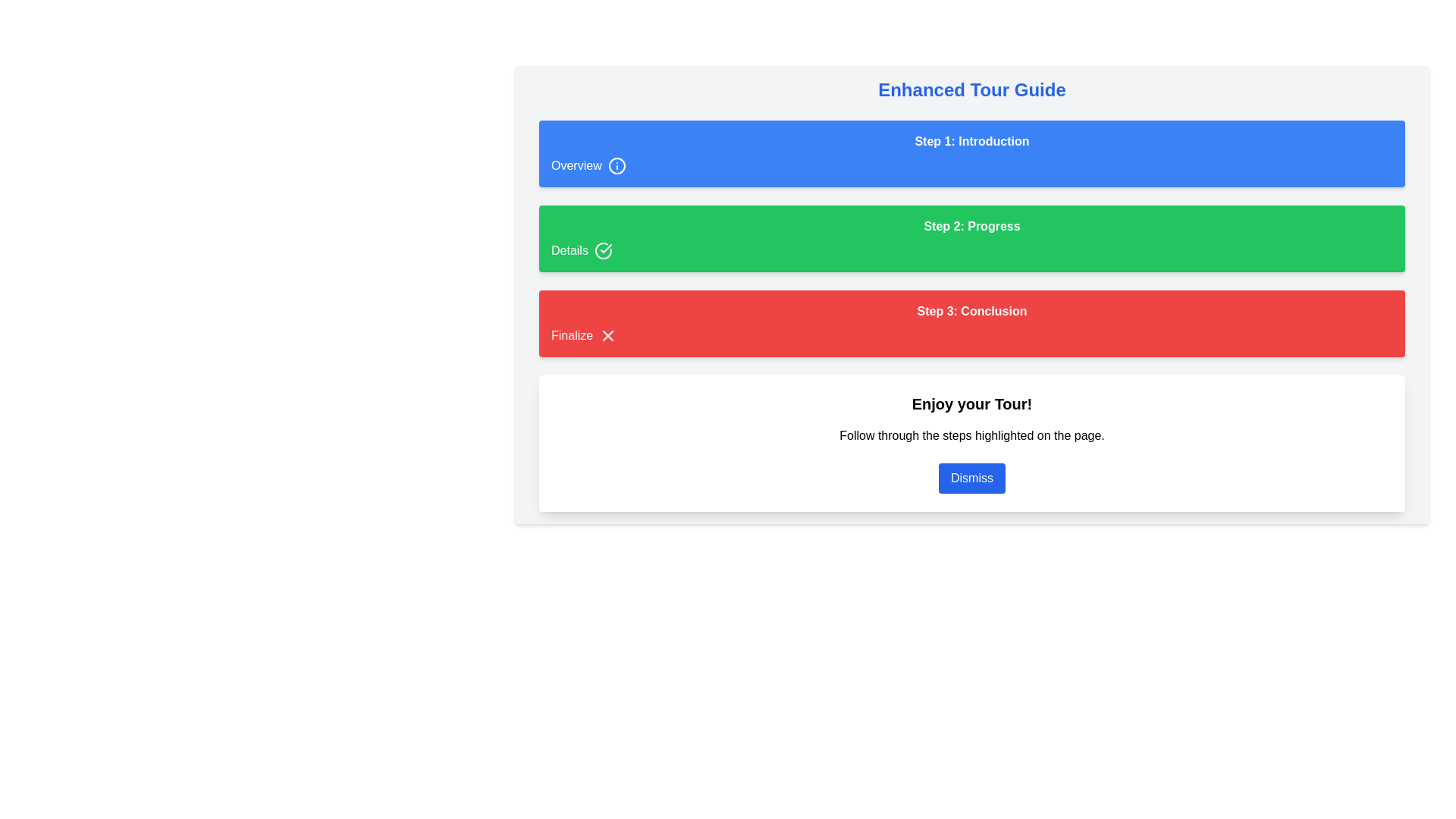 This screenshot has width=1456, height=819. What do you see at coordinates (602, 250) in the screenshot?
I see `the icon indicating a successful or completed state located within the green 'Details' section, positioned to the right of the text and as the first graphical element adjacent to the label` at bounding box center [602, 250].